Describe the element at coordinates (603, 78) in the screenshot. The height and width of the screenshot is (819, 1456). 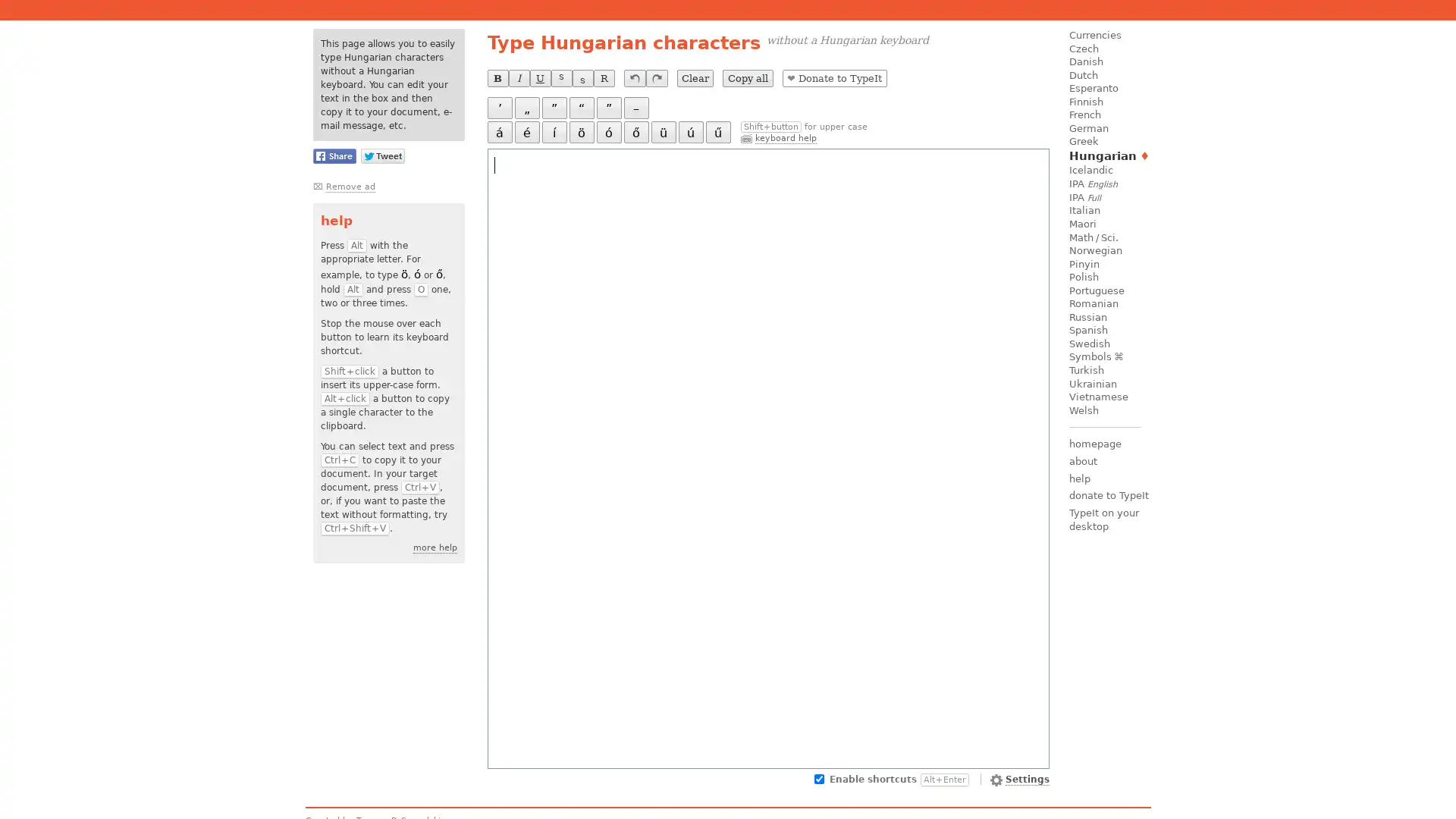
I see `R` at that location.